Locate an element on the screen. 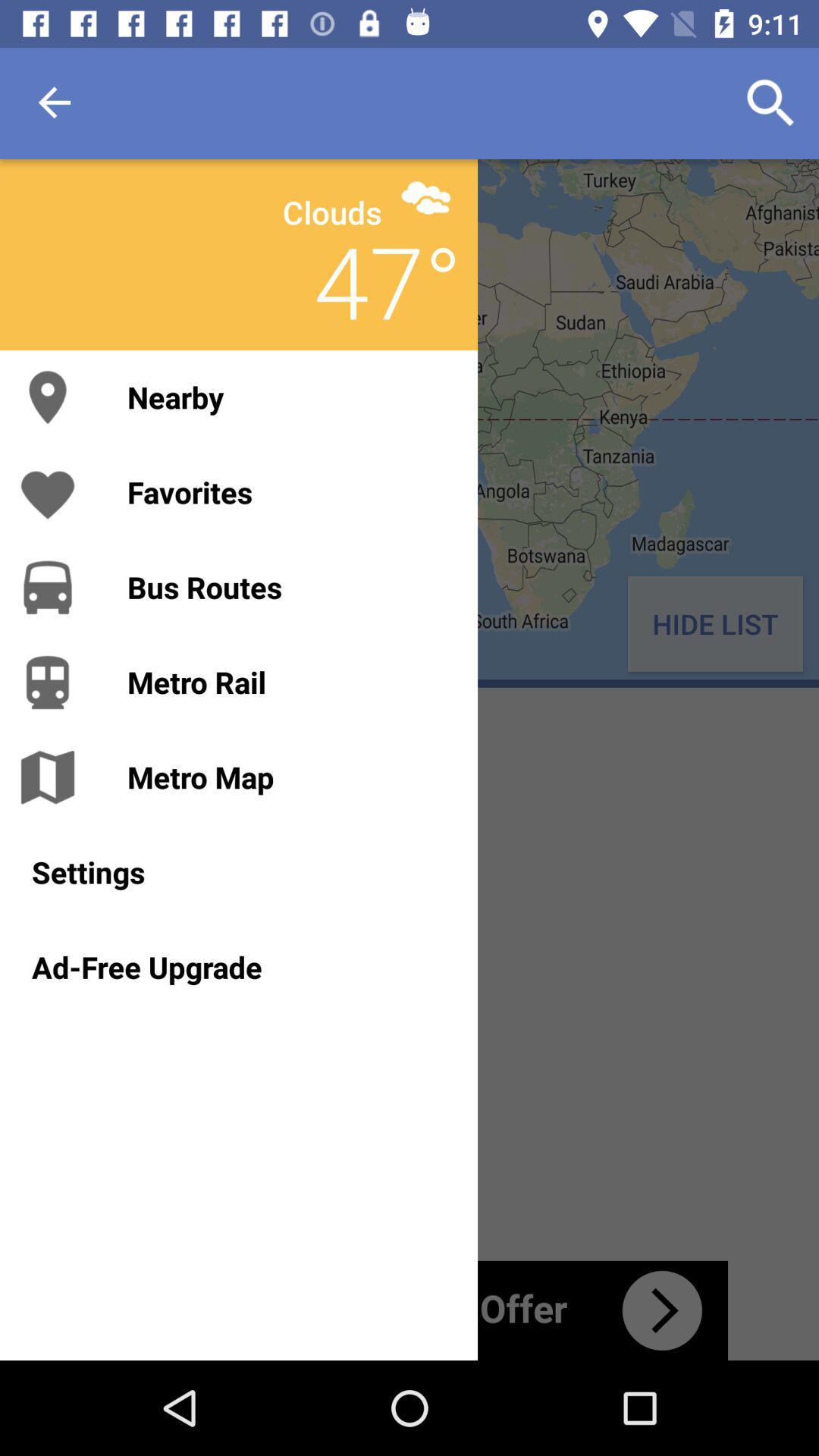 This screenshot has width=819, height=1456. the item next to hide list is located at coordinates (287, 681).